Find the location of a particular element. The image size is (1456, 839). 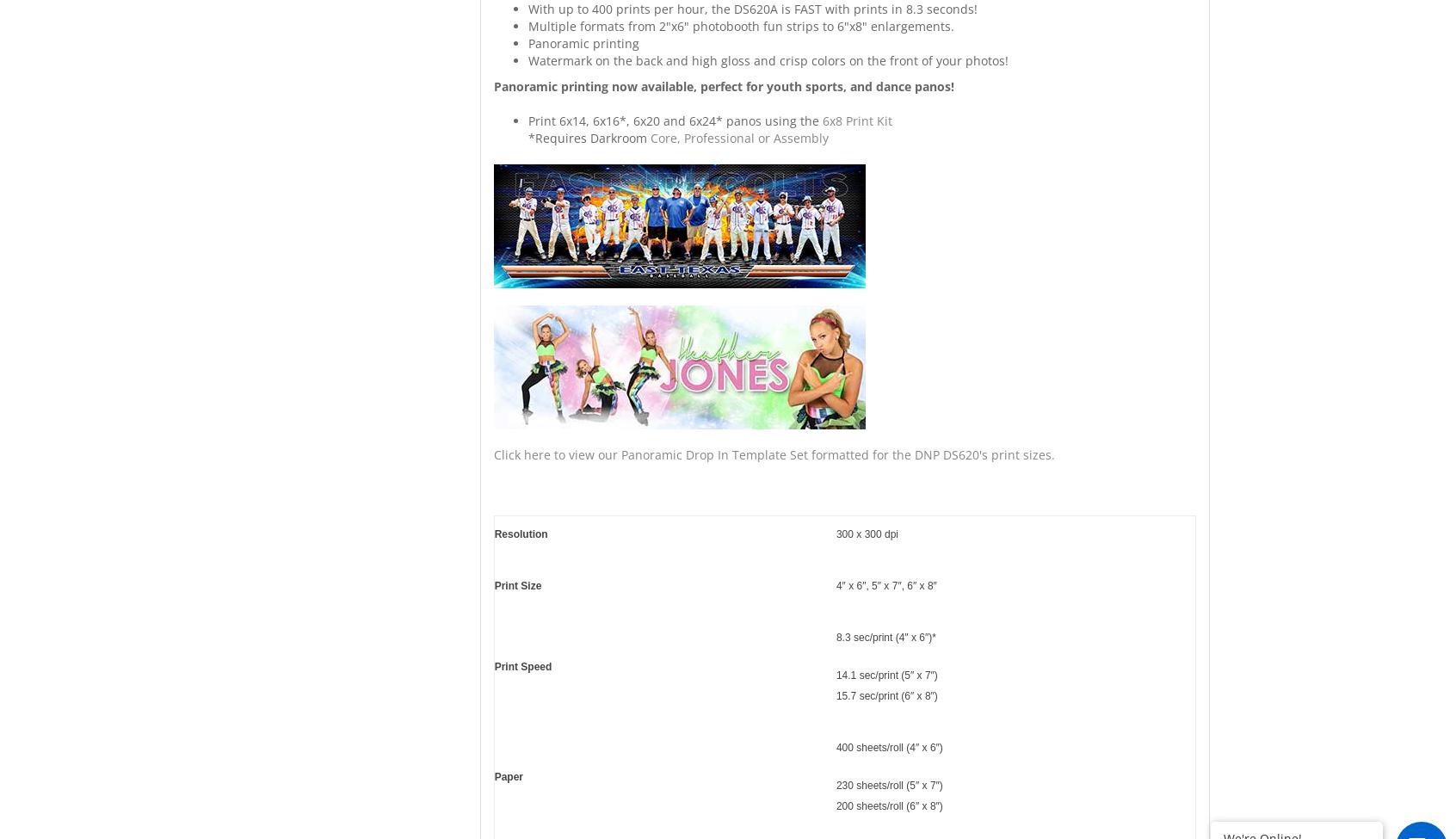

'Multiple formats from 2"x6" photobooth fun strips to 6"x8" enlargements.' is located at coordinates (739, 26).